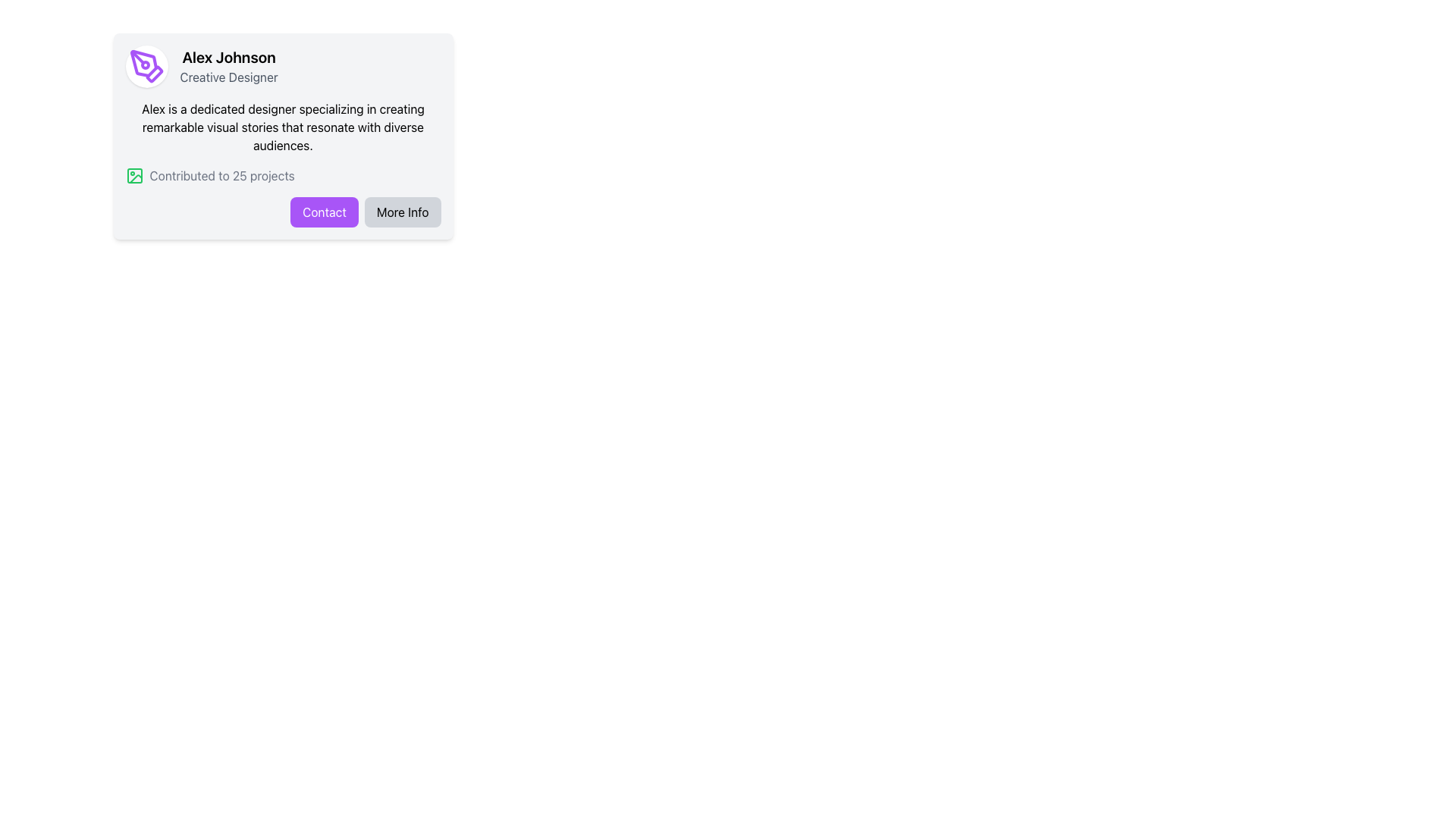 The height and width of the screenshot is (819, 1456). What do you see at coordinates (228, 57) in the screenshot?
I see `the text label that displays the individual's name in the header section of the profile card, located above the subtitle 'Creative Designer'` at bounding box center [228, 57].